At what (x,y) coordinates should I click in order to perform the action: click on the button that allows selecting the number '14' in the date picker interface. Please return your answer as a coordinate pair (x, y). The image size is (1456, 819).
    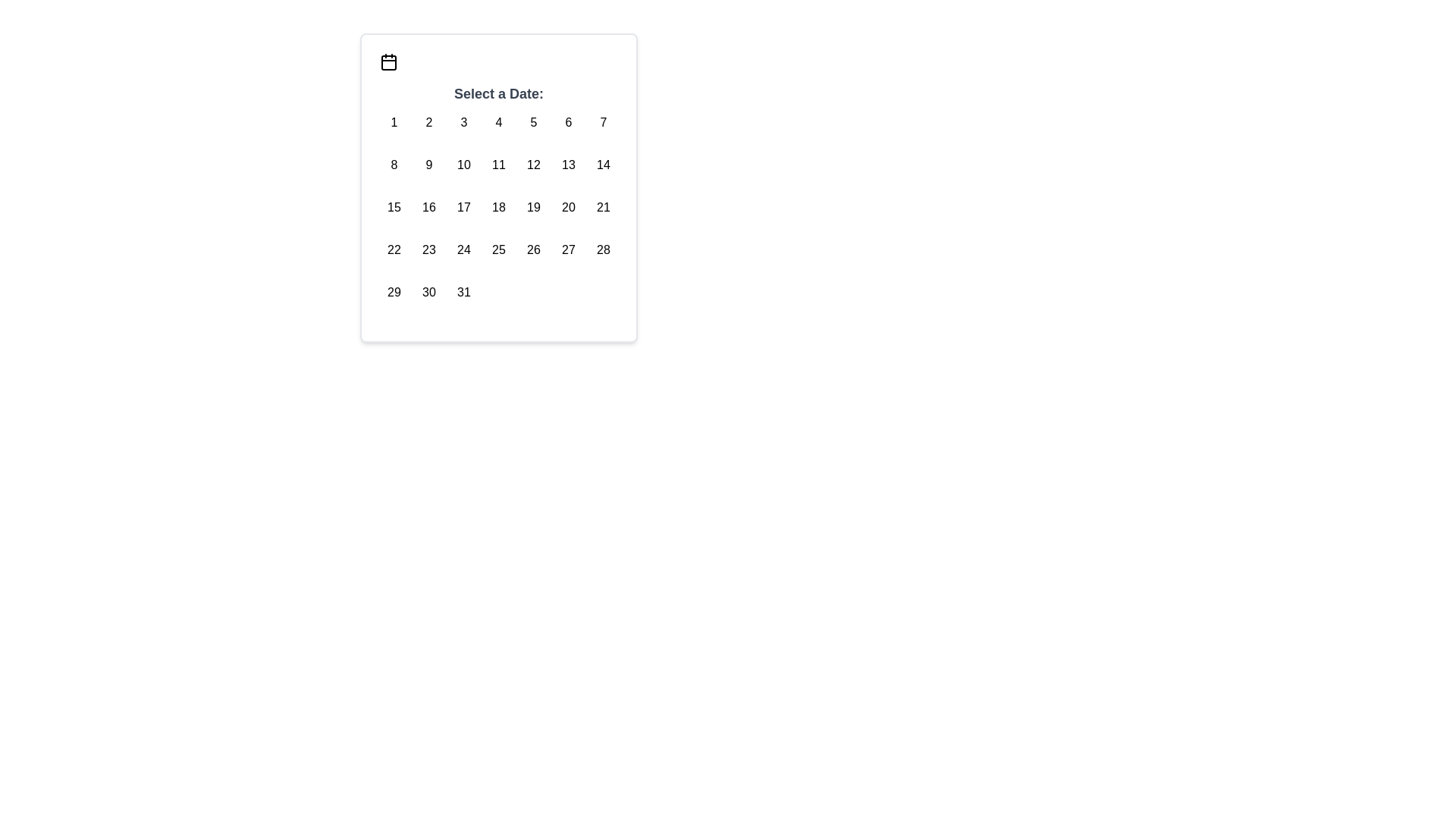
    Looking at the image, I should click on (603, 165).